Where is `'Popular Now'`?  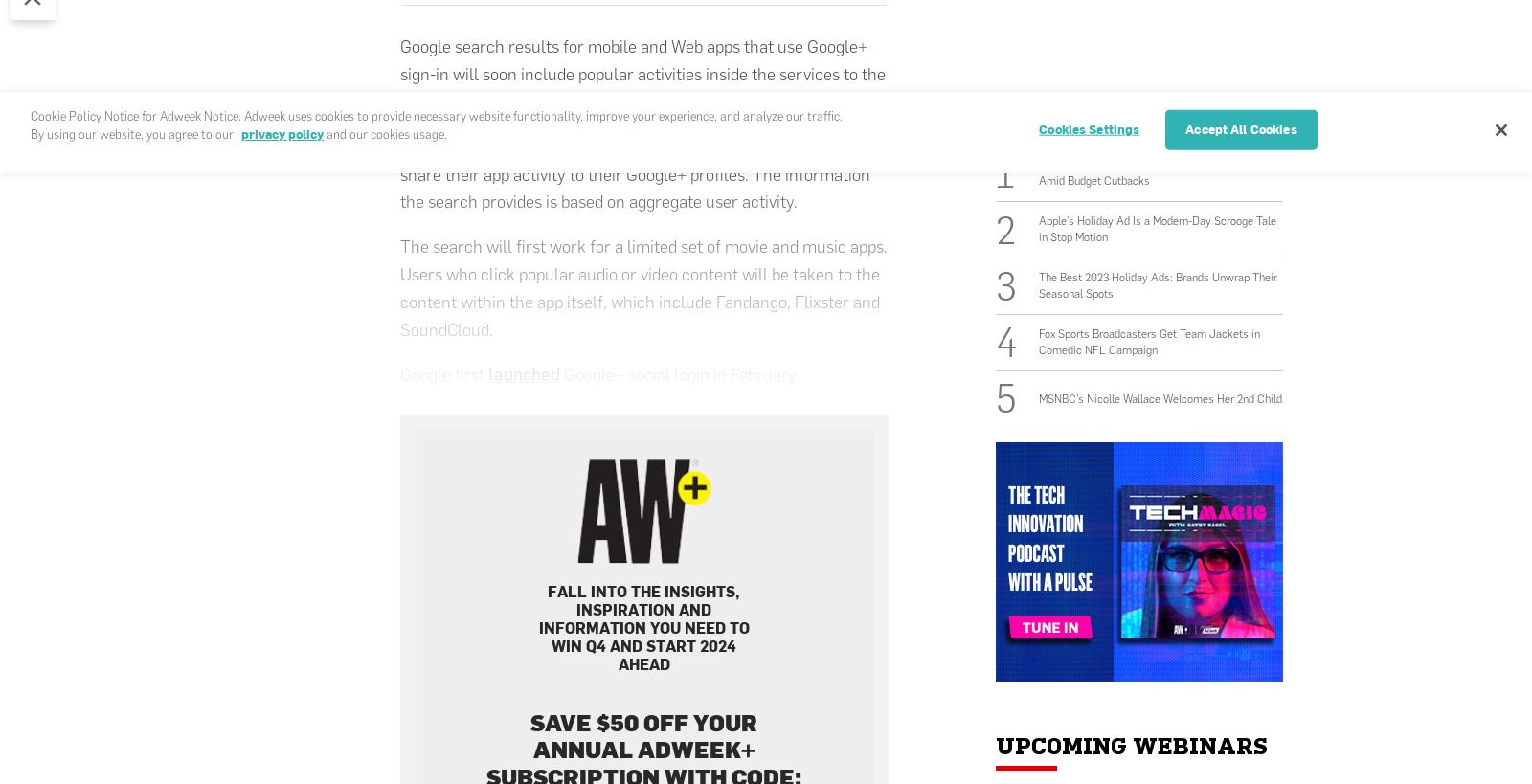 'Popular Now' is located at coordinates (1087, 109).